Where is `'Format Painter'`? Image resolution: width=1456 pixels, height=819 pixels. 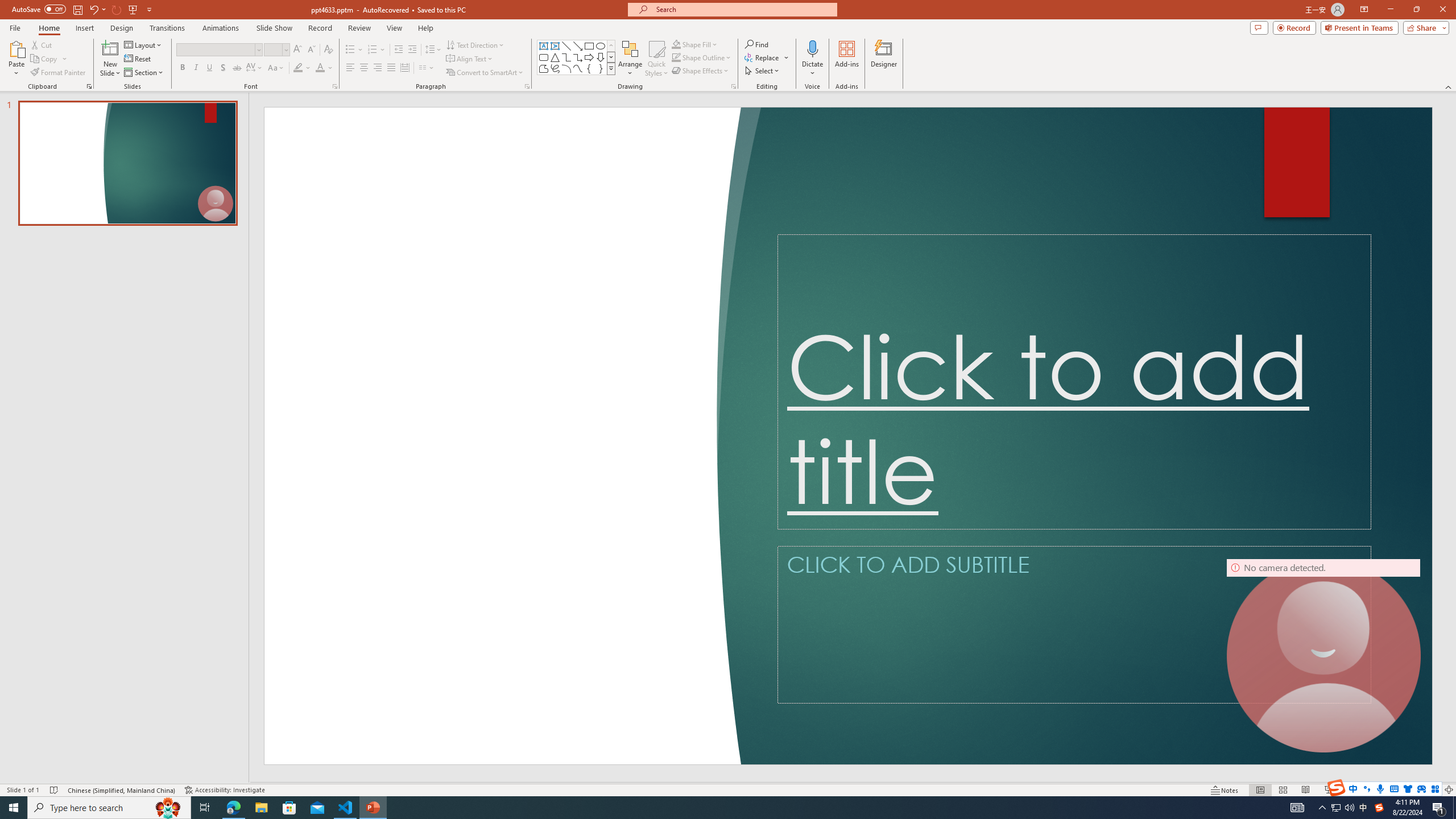 'Format Painter' is located at coordinates (58, 72).